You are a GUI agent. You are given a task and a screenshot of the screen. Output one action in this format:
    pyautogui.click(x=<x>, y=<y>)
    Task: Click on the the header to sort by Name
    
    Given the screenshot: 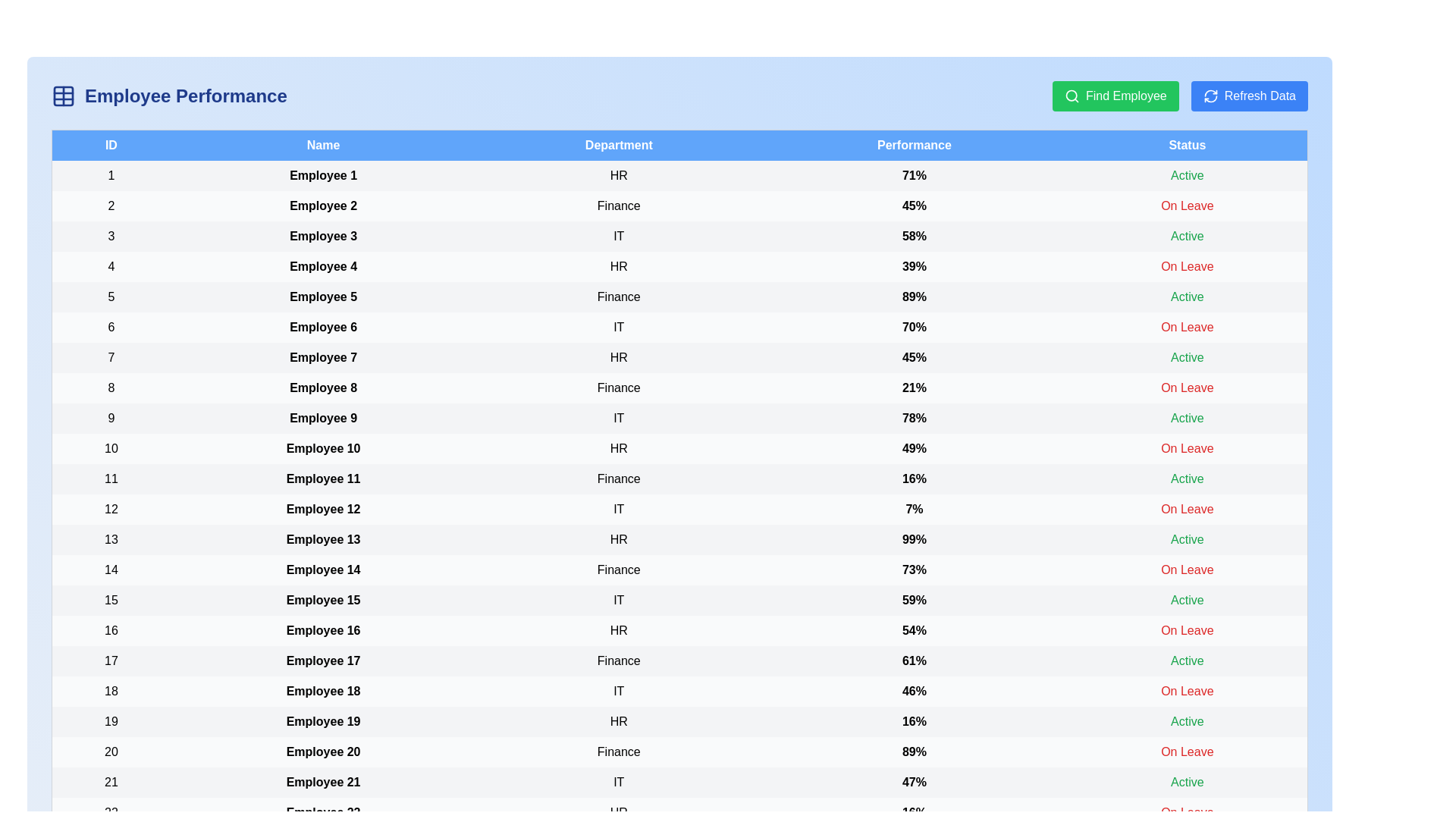 What is the action you would take?
    pyautogui.click(x=322, y=145)
    